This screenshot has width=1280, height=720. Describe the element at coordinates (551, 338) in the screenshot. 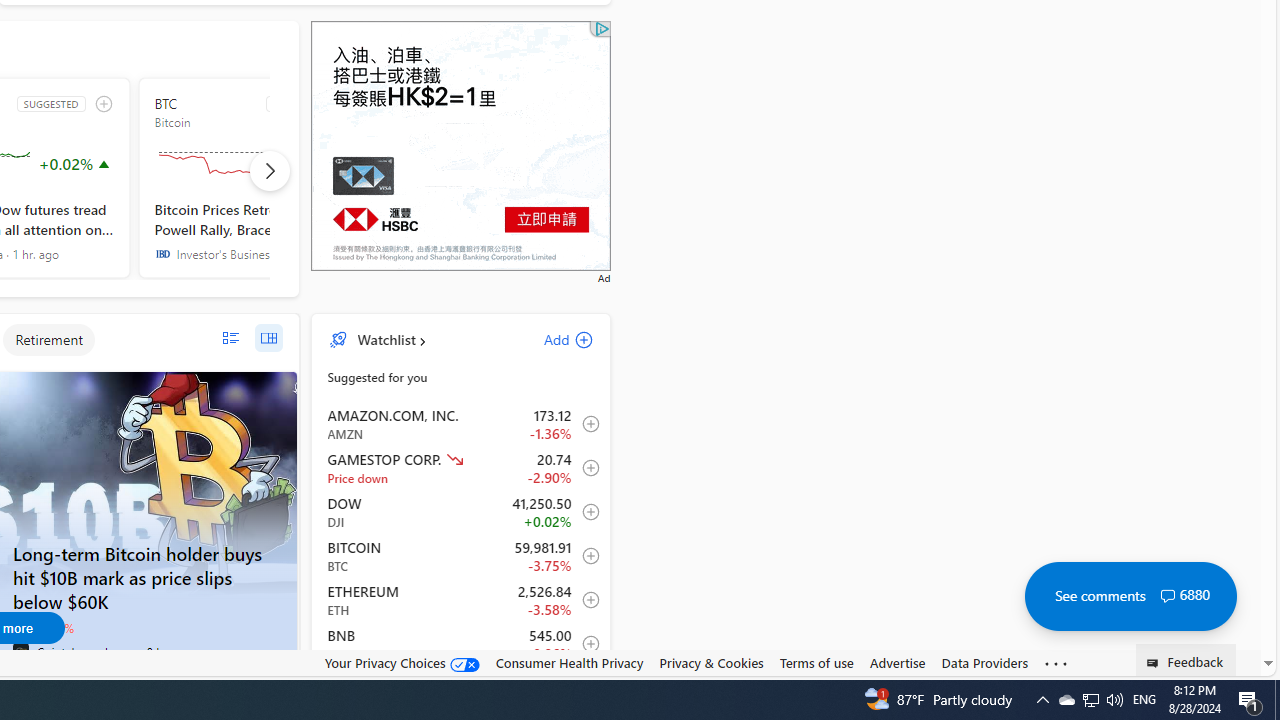

I see `'Add'` at that location.